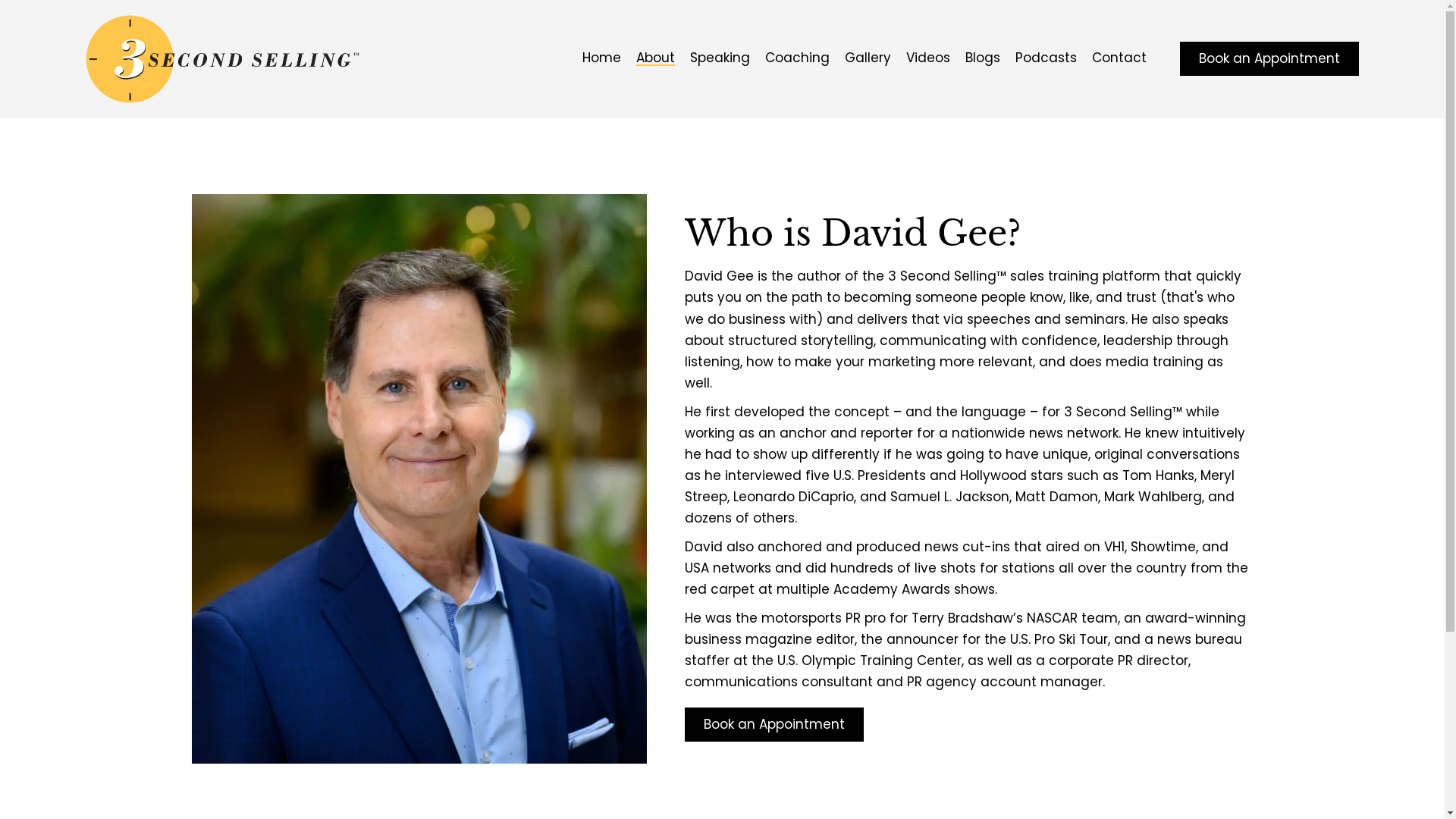 This screenshot has height=819, width=1456. What do you see at coordinates (83, 58) in the screenshot?
I see `'3 Second Selling'` at bounding box center [83, 58].